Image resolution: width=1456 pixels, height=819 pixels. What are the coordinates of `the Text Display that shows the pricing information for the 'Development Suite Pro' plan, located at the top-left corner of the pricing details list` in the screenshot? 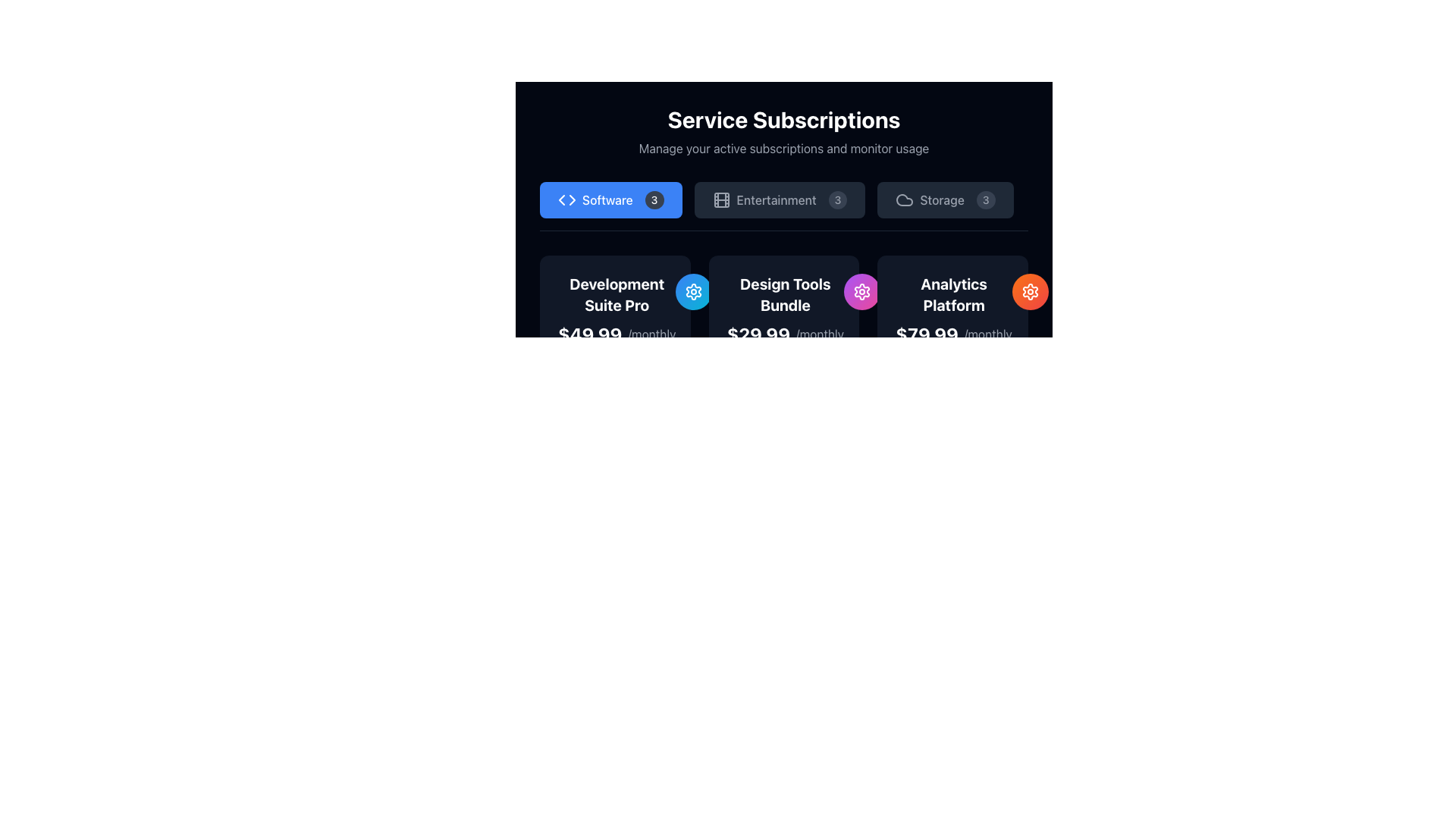 It's located at (589, 333).